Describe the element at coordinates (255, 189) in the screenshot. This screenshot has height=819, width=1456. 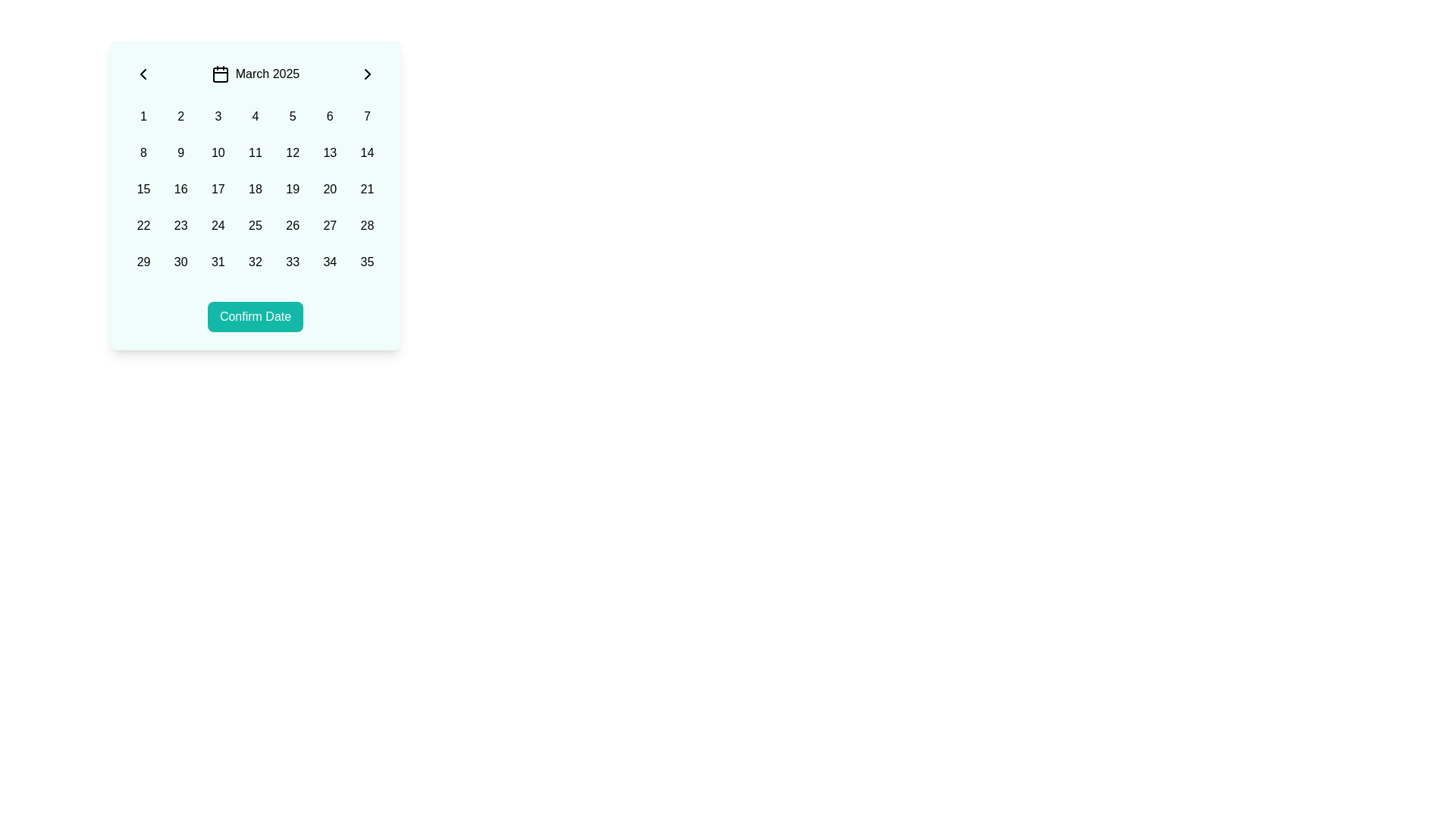
I see `the date selector button for the date '18' located in the third row and fourth column of the calendar grid` at that location.